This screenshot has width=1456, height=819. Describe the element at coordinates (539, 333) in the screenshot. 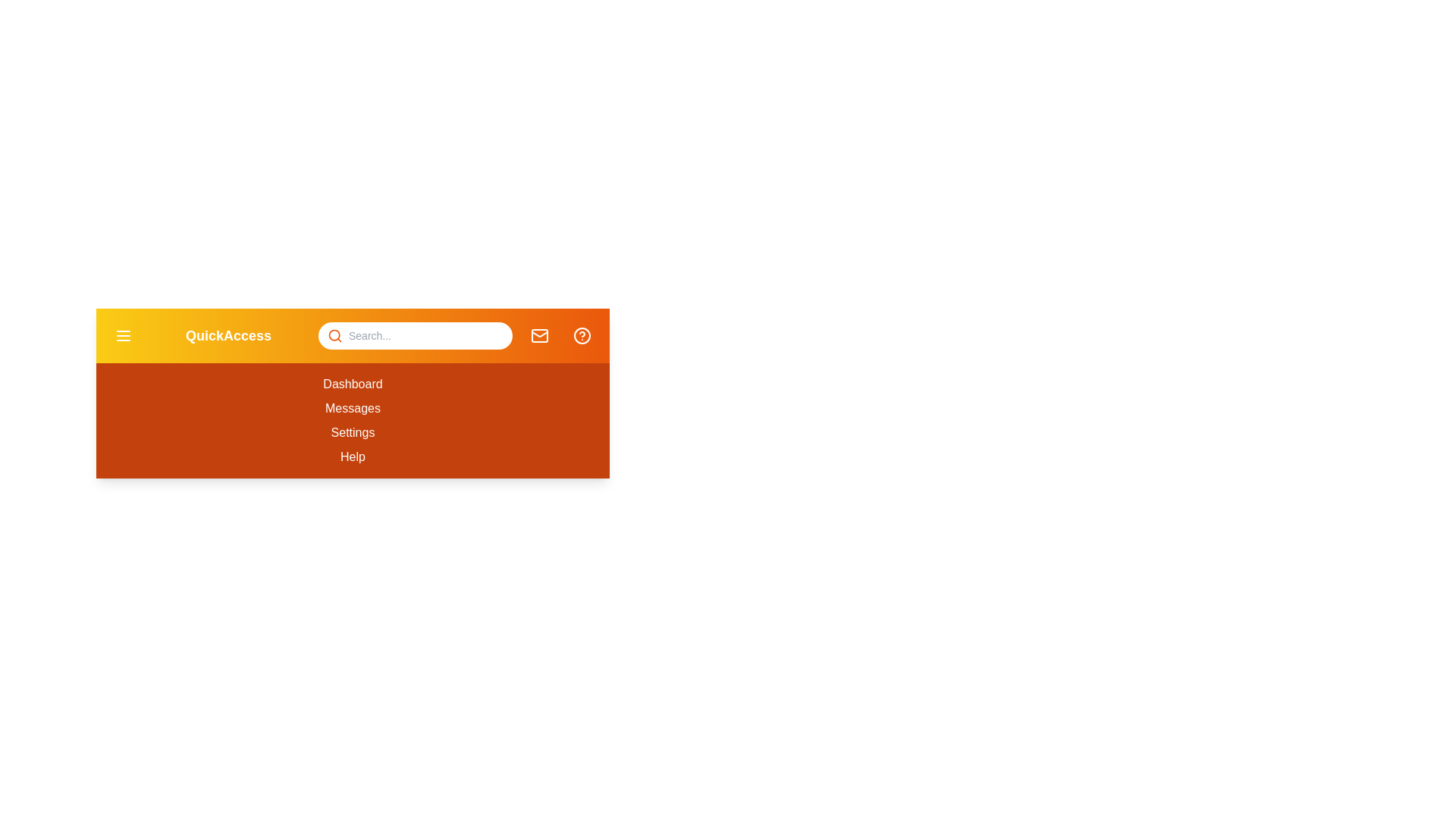

I see `the diagonal line-like shape forming part of the envelope icon in the top-right corner of the navigation bar` at that location.